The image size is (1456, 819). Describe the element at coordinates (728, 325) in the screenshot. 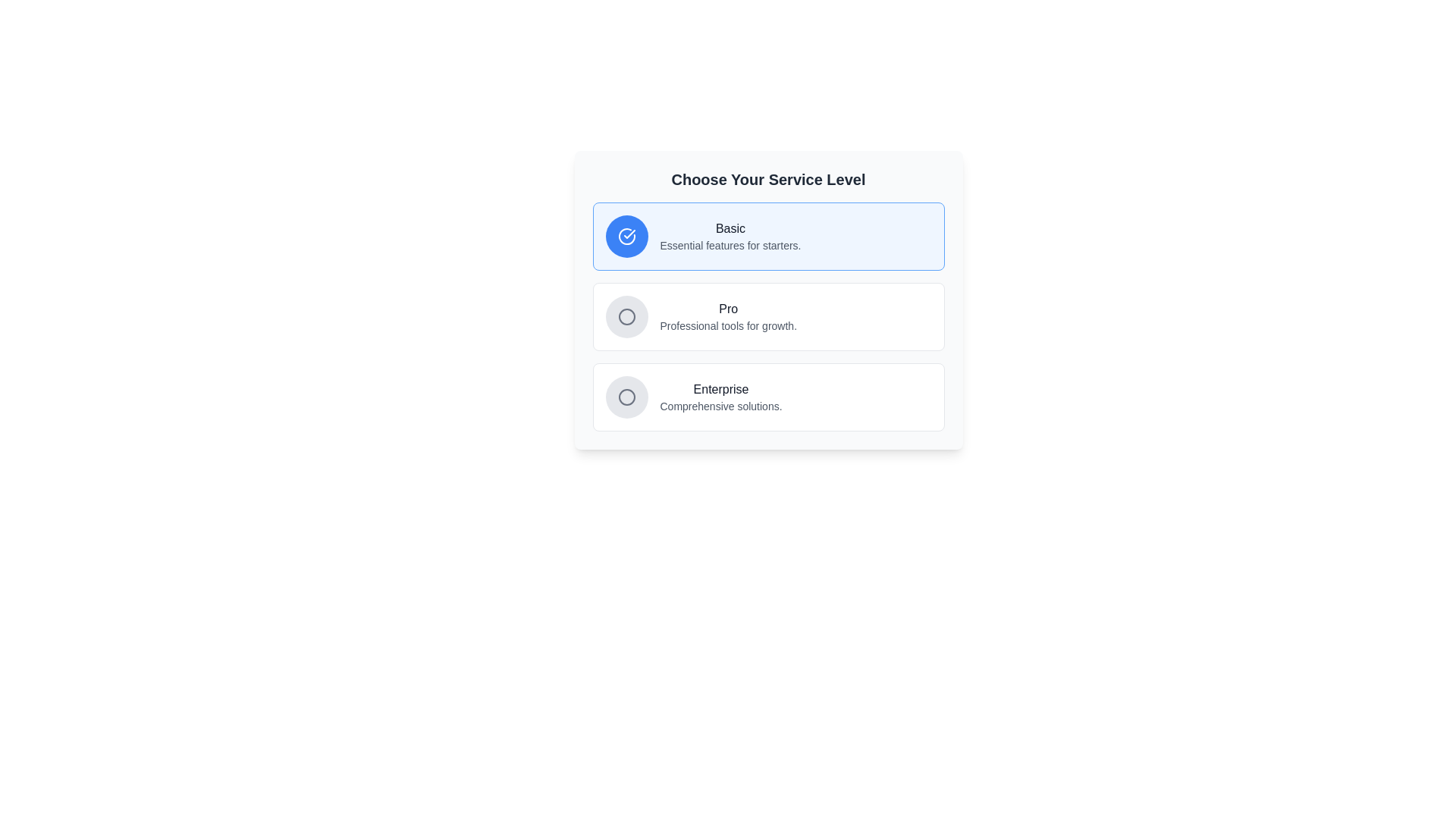

I see `the text label that reads 'Professional tools for growth.' which is styled in gray and positioned below the title 'Pro' in the service level options` at that location.